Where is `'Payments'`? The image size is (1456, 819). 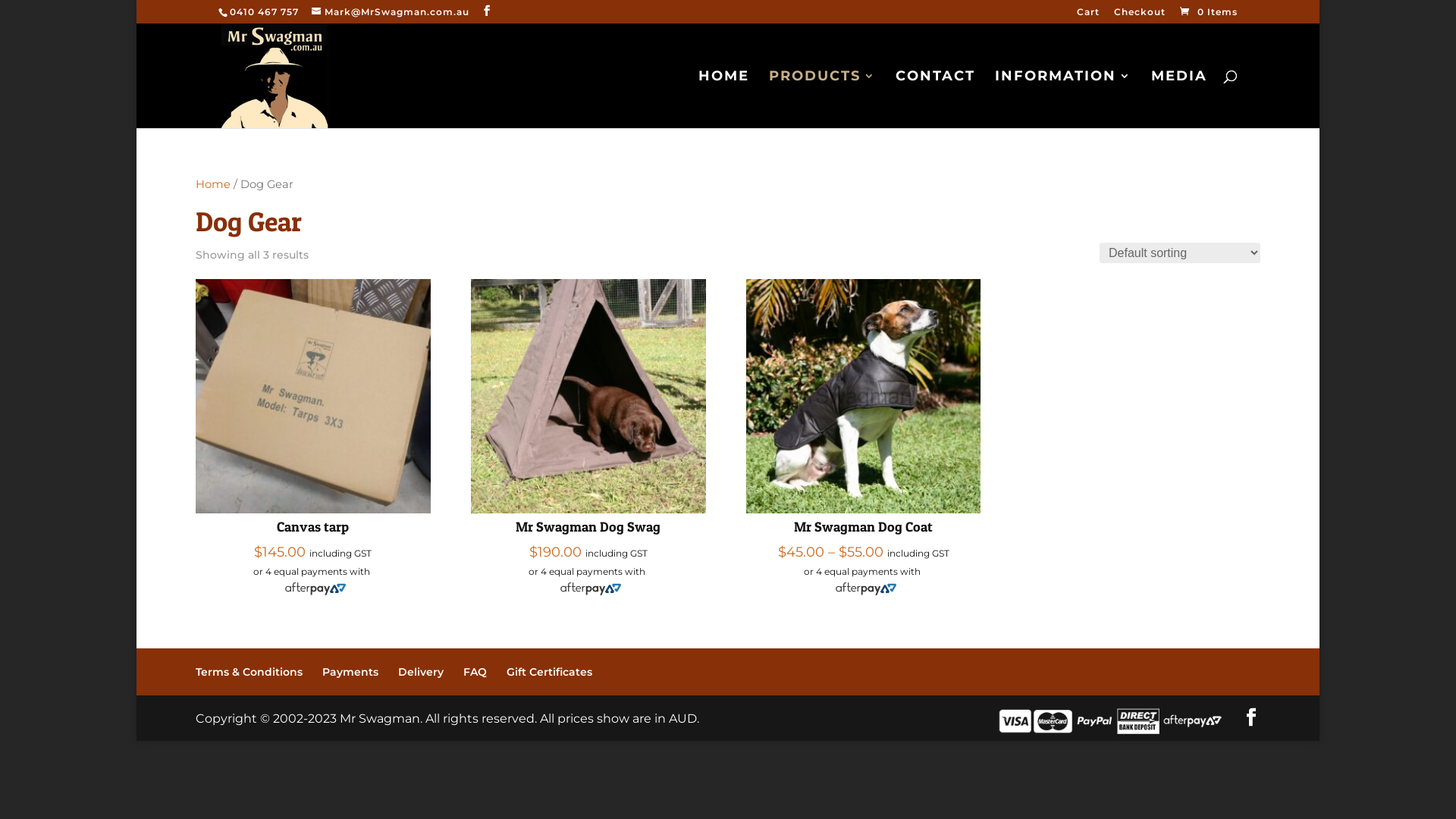 'Payments' is located at coordinates (349, 671).